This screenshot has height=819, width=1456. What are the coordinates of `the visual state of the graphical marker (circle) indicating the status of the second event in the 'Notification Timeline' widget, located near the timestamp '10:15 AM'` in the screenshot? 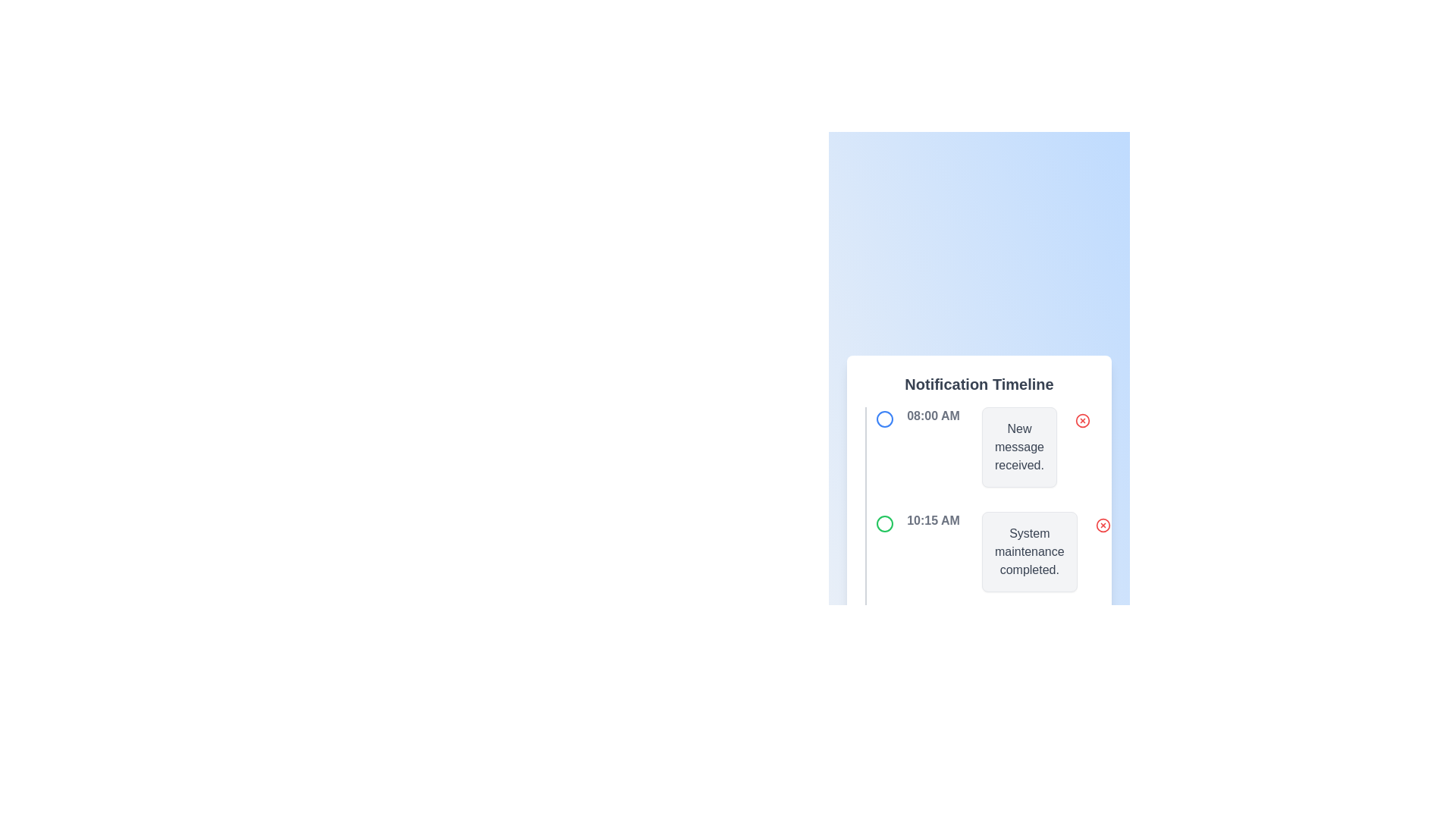 It's located at (884, 522).